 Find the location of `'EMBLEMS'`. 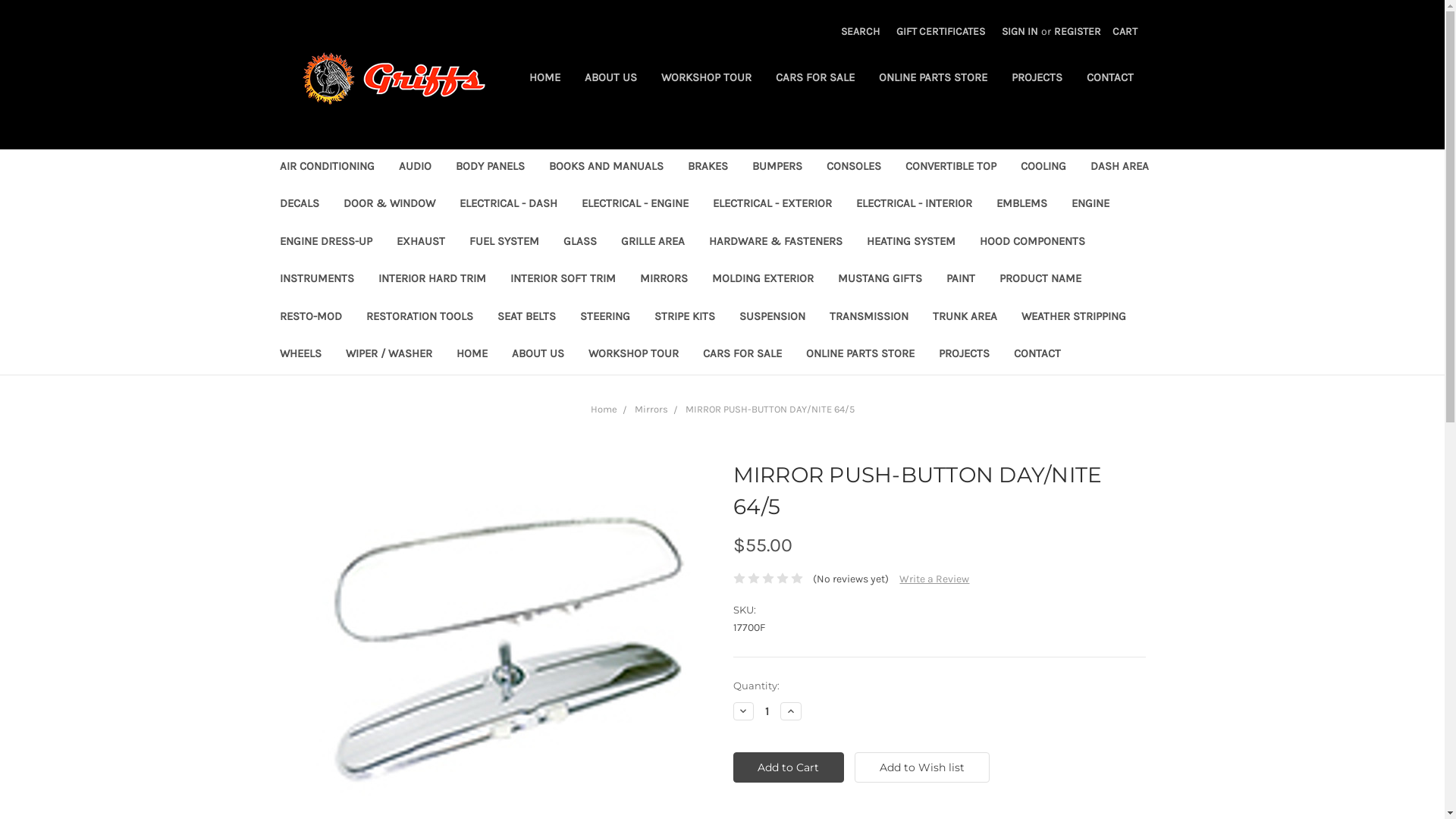

'EMBLEMS' is located at coordinates (984, 205).